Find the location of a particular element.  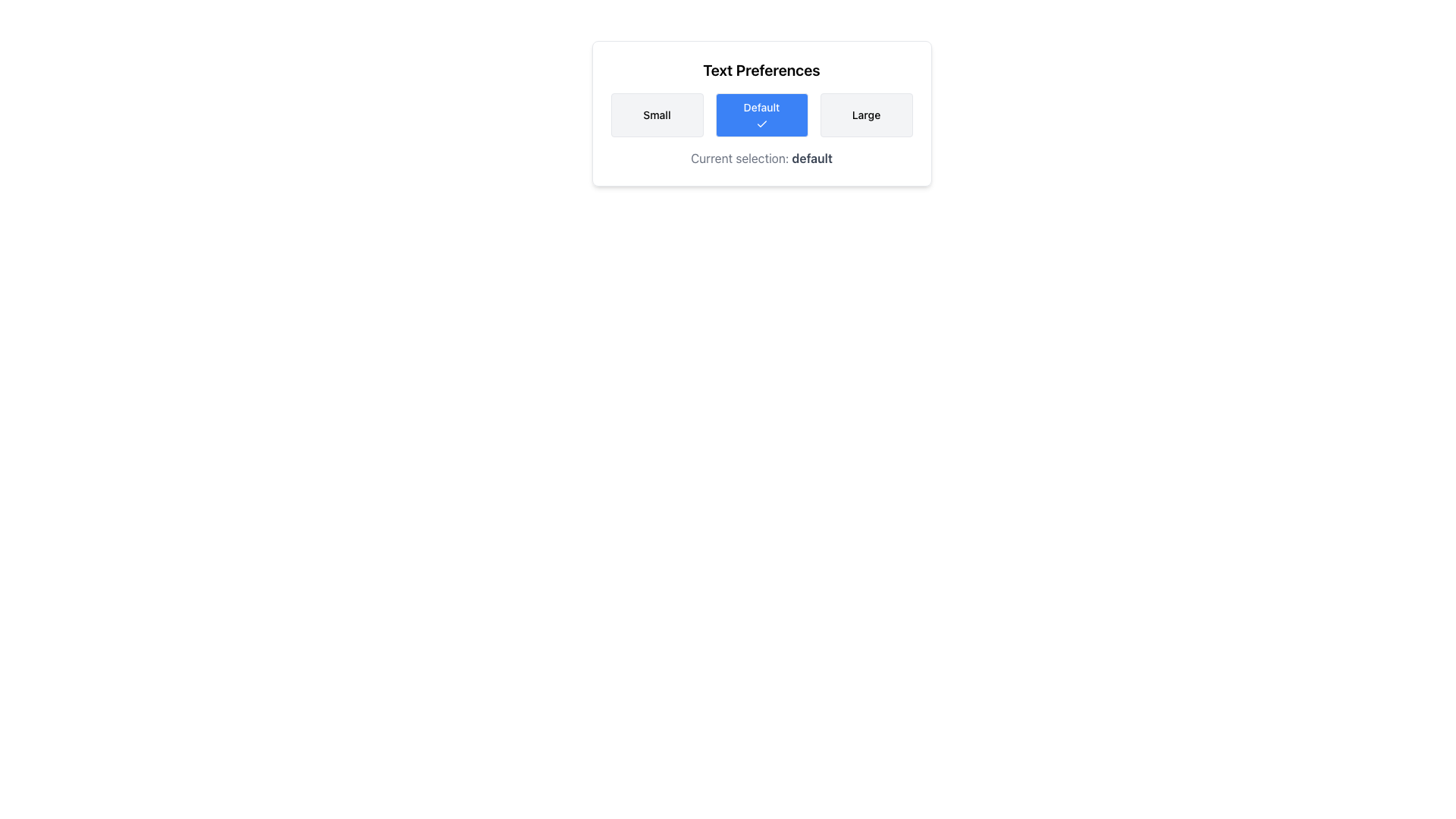

the selection status represented by the checkmark icon located at the bottom-center of the blue 'Default' button in the text size selection group is located at coordinates (761, 124).